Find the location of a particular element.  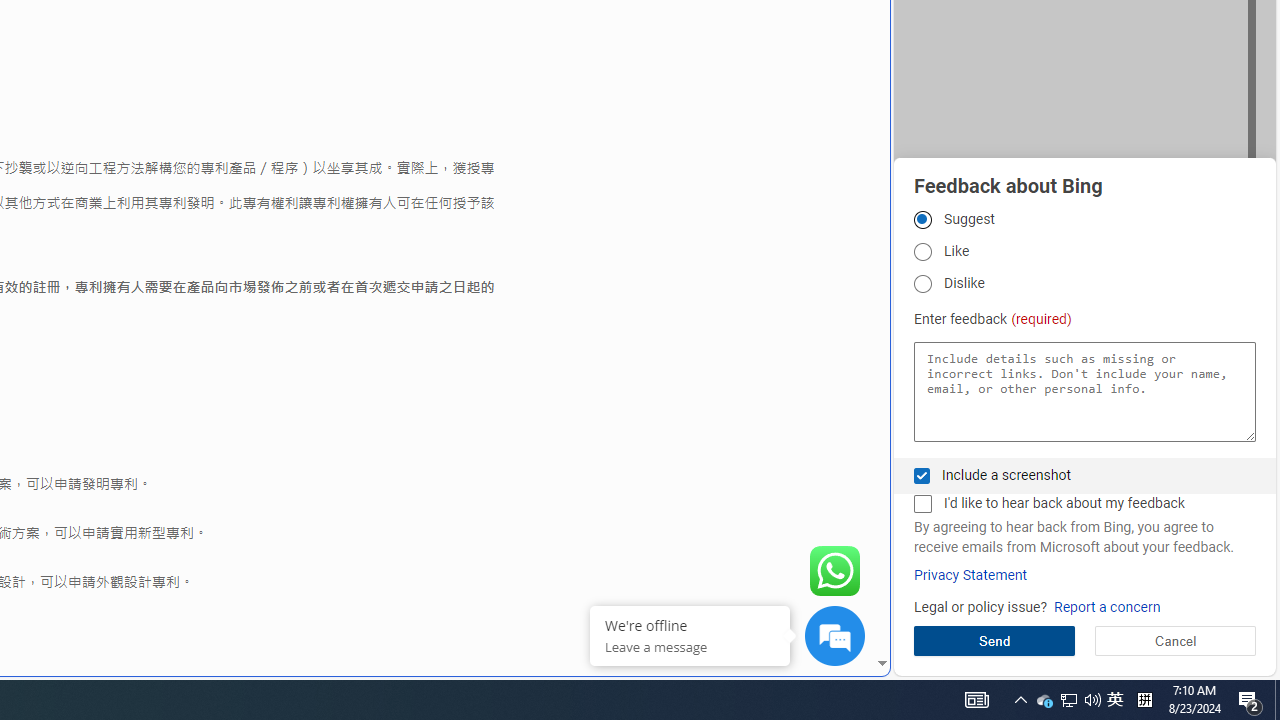

'I' is located at coordinates (921, 502).